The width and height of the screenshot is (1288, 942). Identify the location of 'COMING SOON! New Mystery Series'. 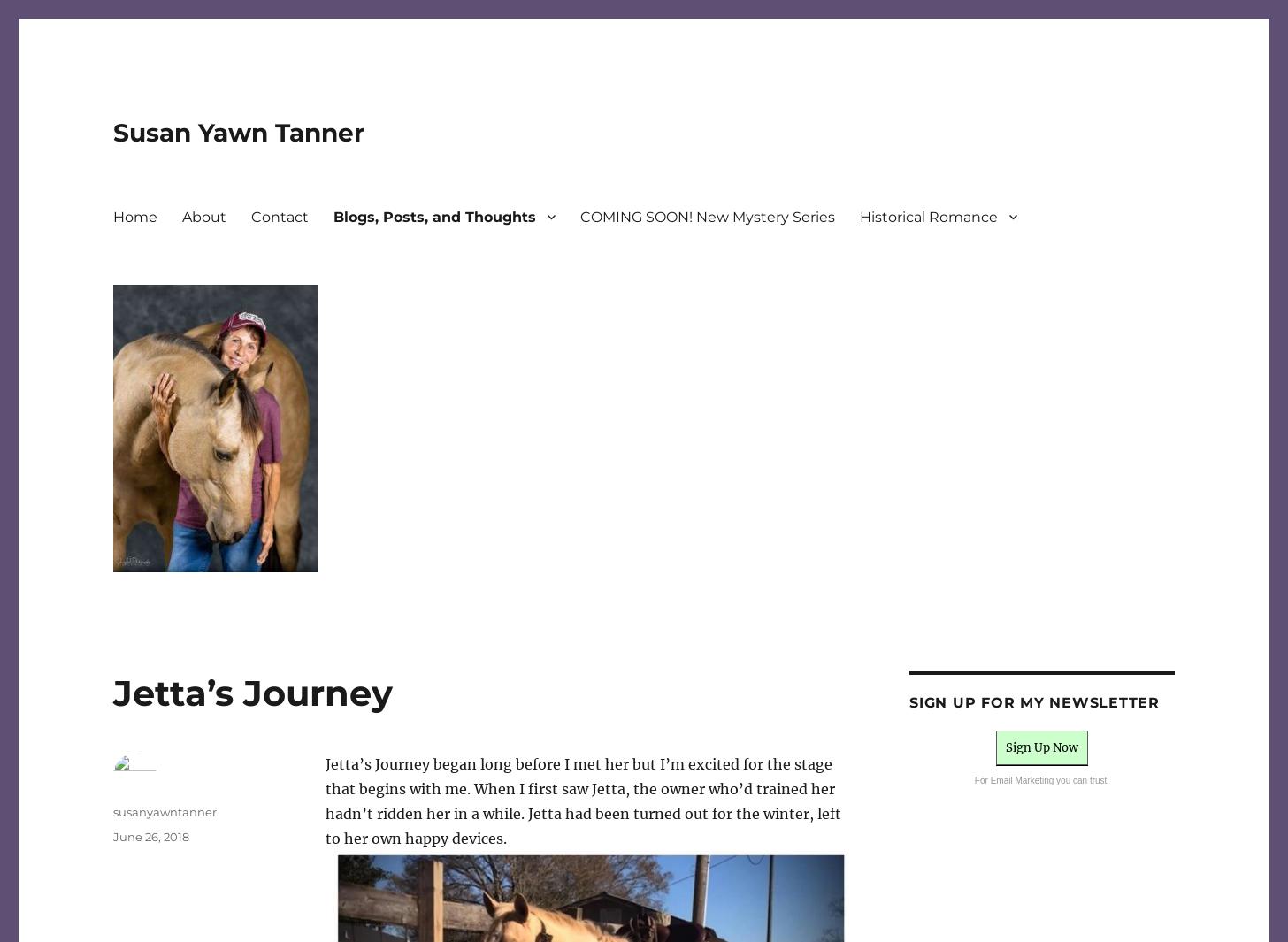
(708, 215).